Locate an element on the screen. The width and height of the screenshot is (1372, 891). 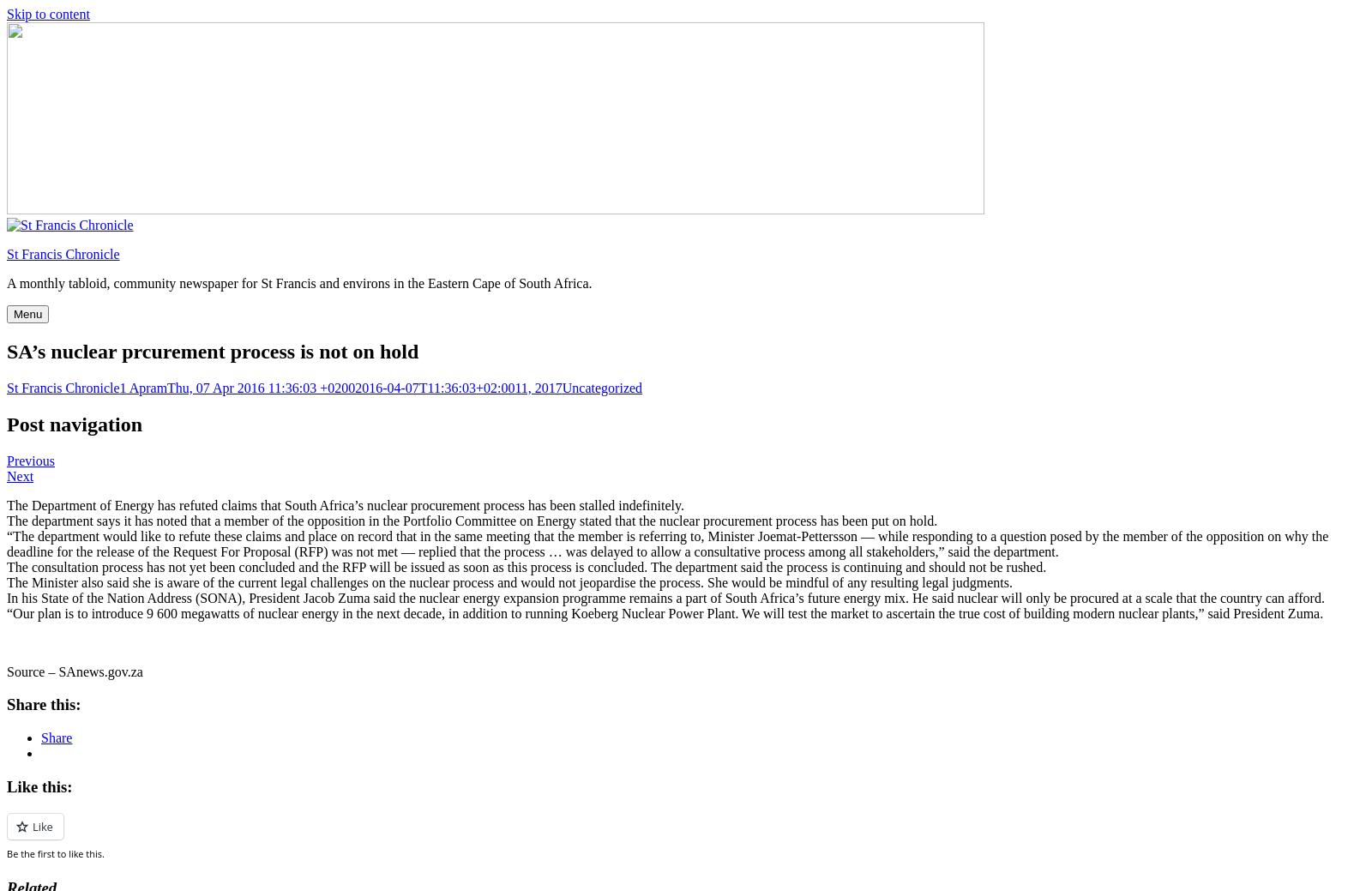
'“The department would like to refute these claims and place on record that in the same meeting that the member is referring to, Minister Joemat-Pettersson — while responding to a question posed by the member of the opposition on why the deadline for the release of the Request For Proposal (RFP) was not met — replied that the process … was delayed to allow a consultative process among all stakeholders,” said the department.' is located at coordinates (667, 543).